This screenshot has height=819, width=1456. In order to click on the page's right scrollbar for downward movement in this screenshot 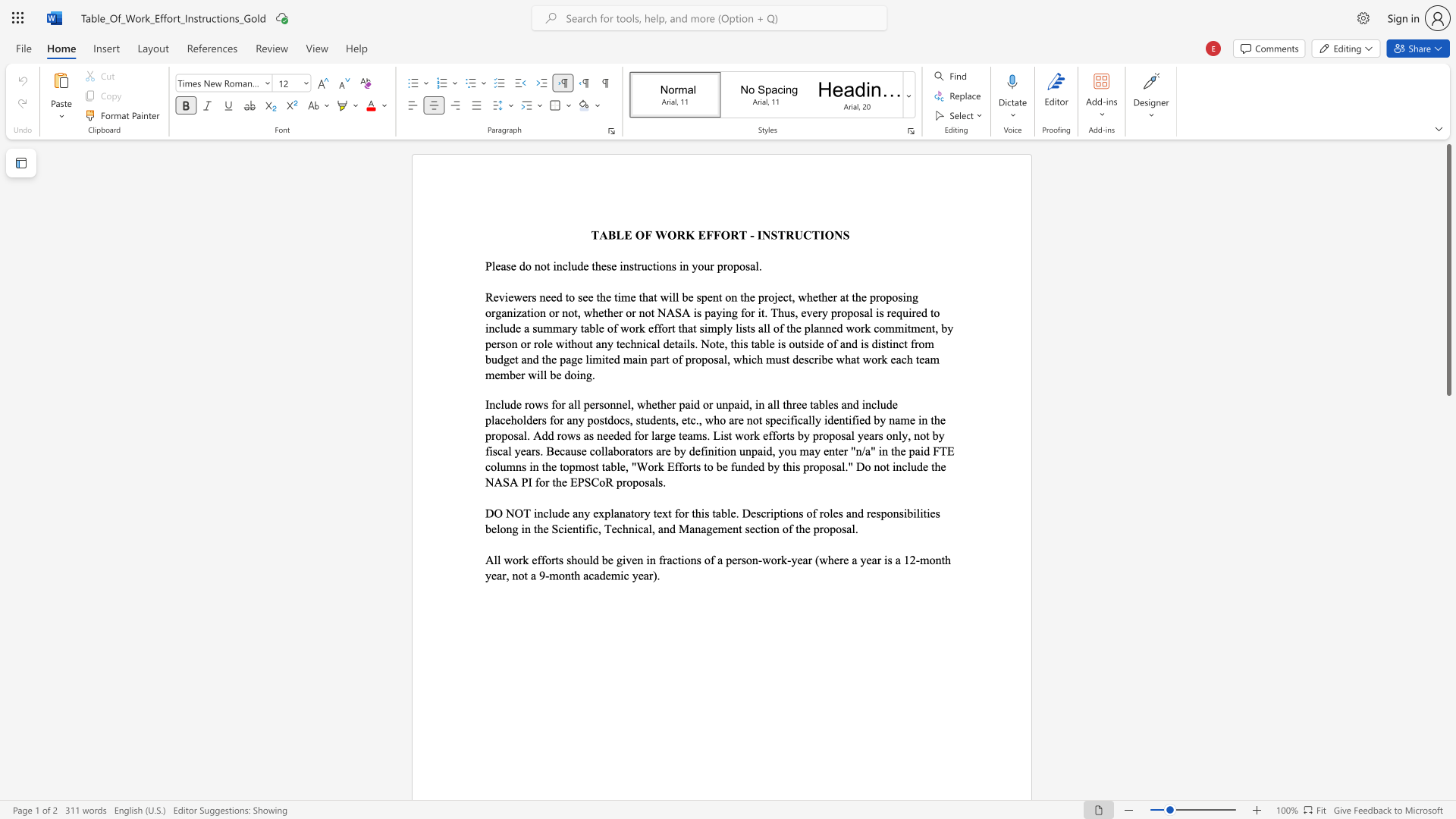, I will do `click(1448, 583)`.